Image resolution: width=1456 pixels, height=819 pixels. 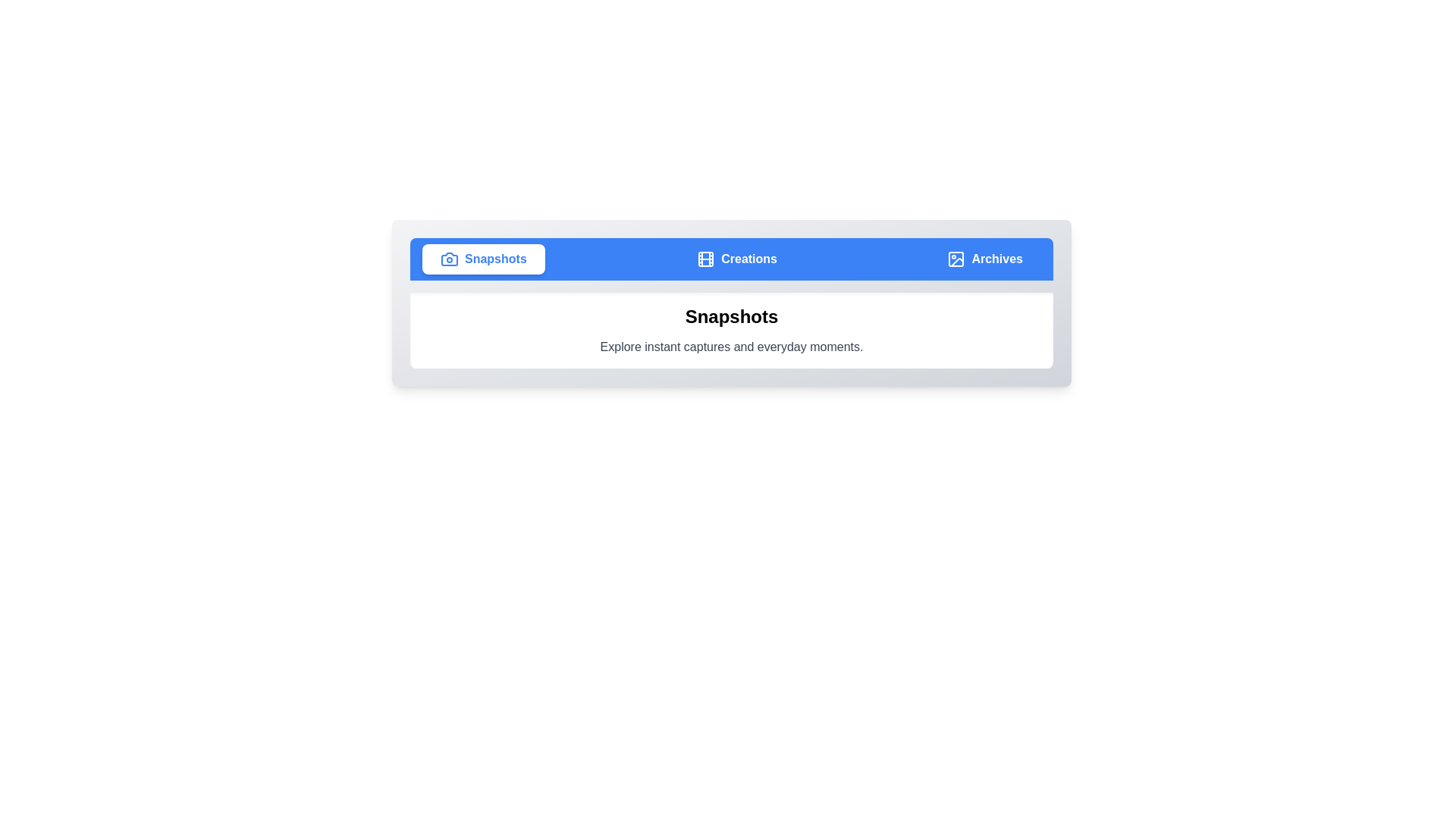 What do you see at coordinates (737, 259) in the screenshot?
I see `the Creations tab to select it` at bounding box center [737, 259].